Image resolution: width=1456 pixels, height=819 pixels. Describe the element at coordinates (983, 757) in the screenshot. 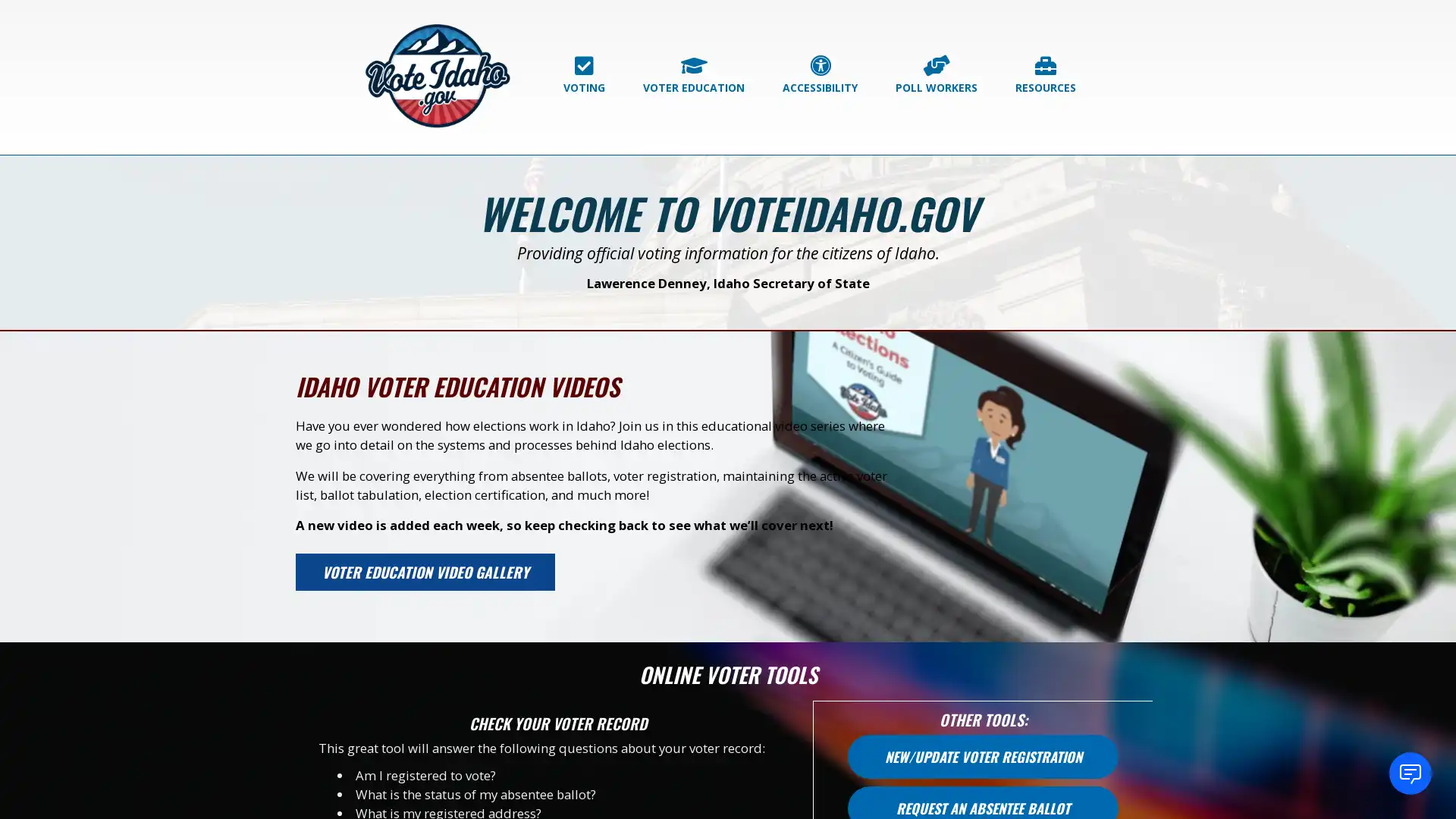

I see `NEW/UPDATE VOTER REGISTRATION` at that location.